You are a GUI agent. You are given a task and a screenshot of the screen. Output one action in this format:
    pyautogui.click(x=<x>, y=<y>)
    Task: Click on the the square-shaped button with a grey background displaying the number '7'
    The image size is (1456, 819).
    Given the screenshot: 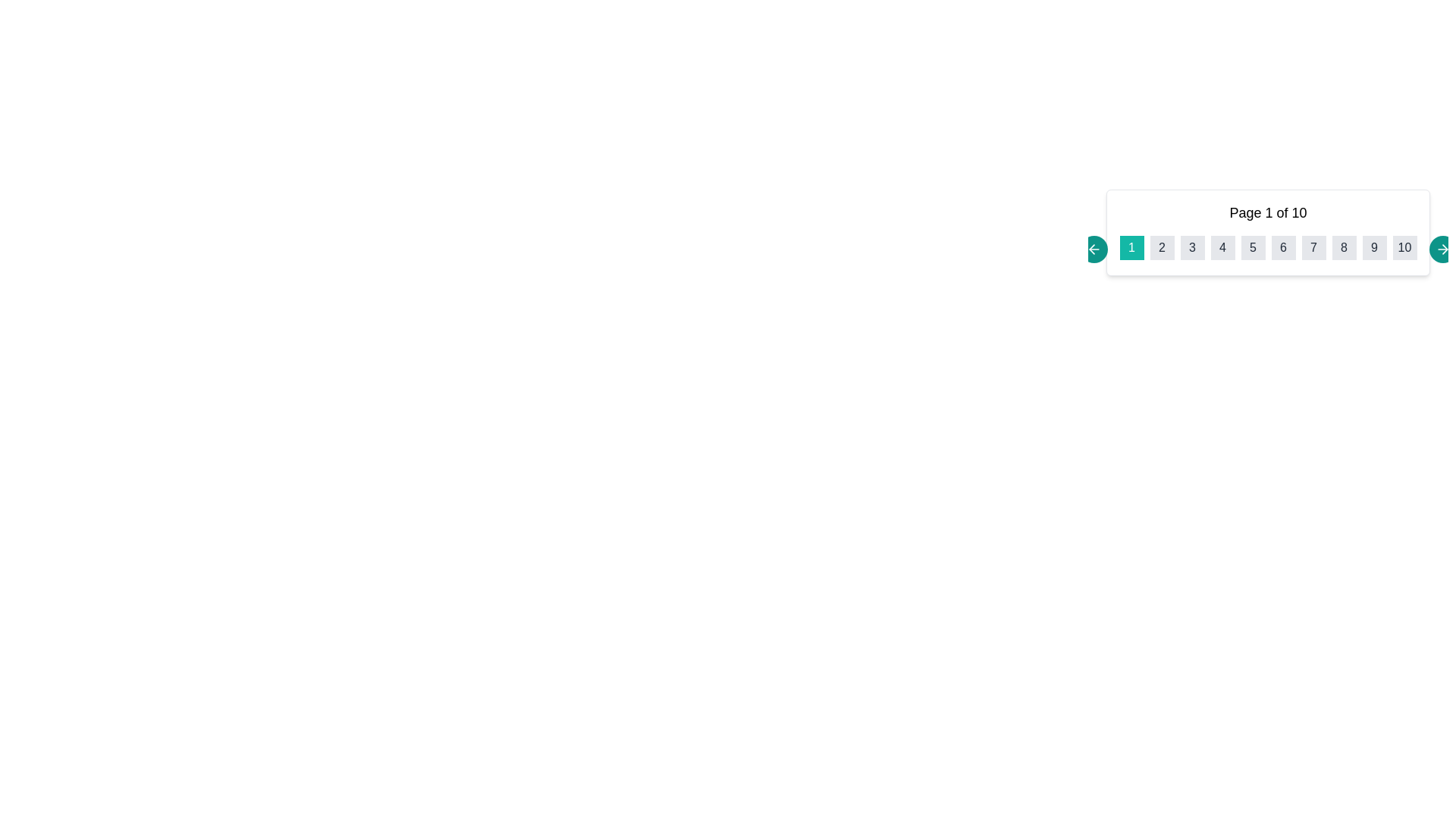 What is the action you would take?
    pyautogui.click(x=1313, y=247)
    